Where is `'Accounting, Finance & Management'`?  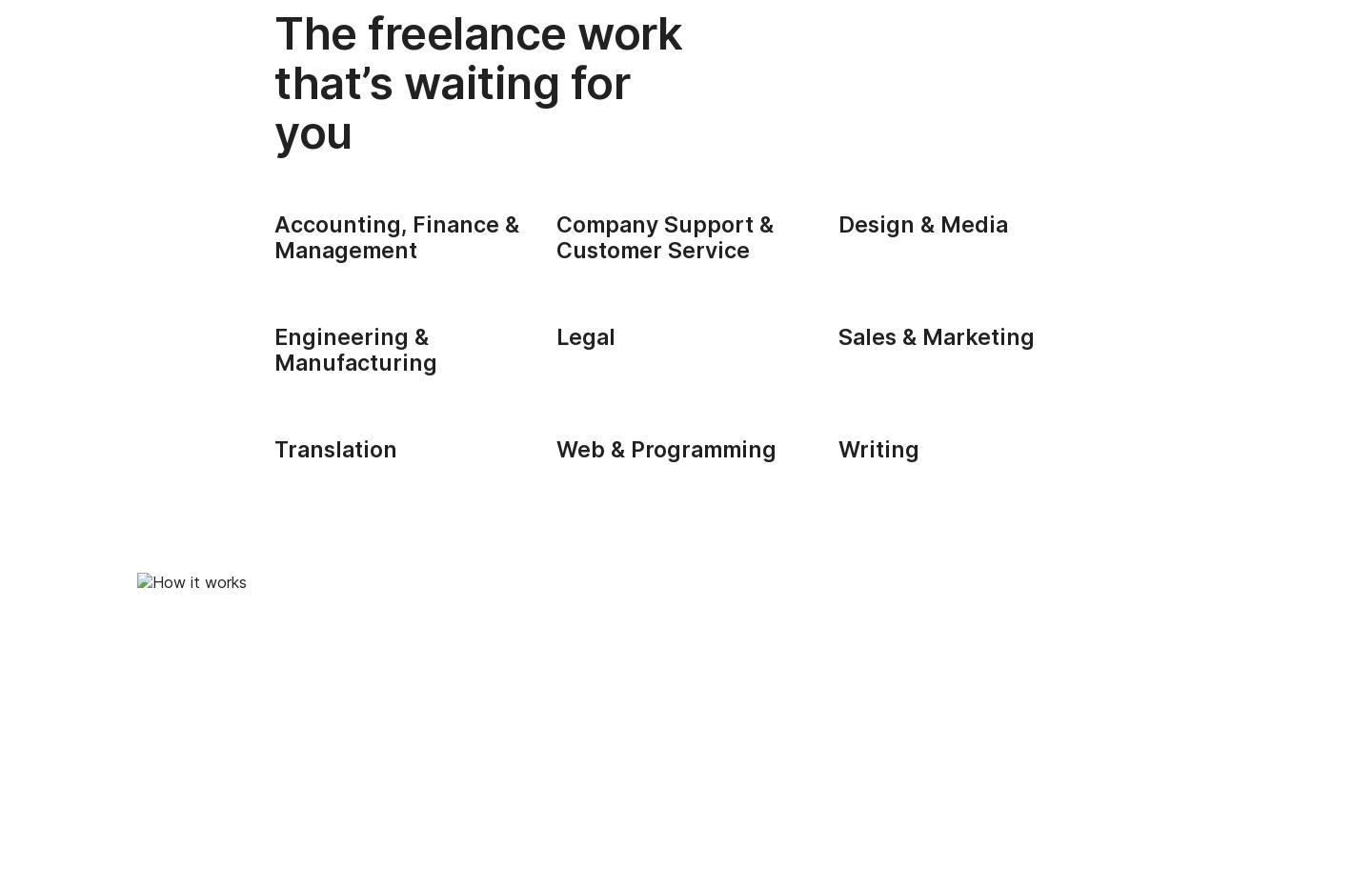
'Accounting, Finance & Management' is located at coordinates (395, 235).